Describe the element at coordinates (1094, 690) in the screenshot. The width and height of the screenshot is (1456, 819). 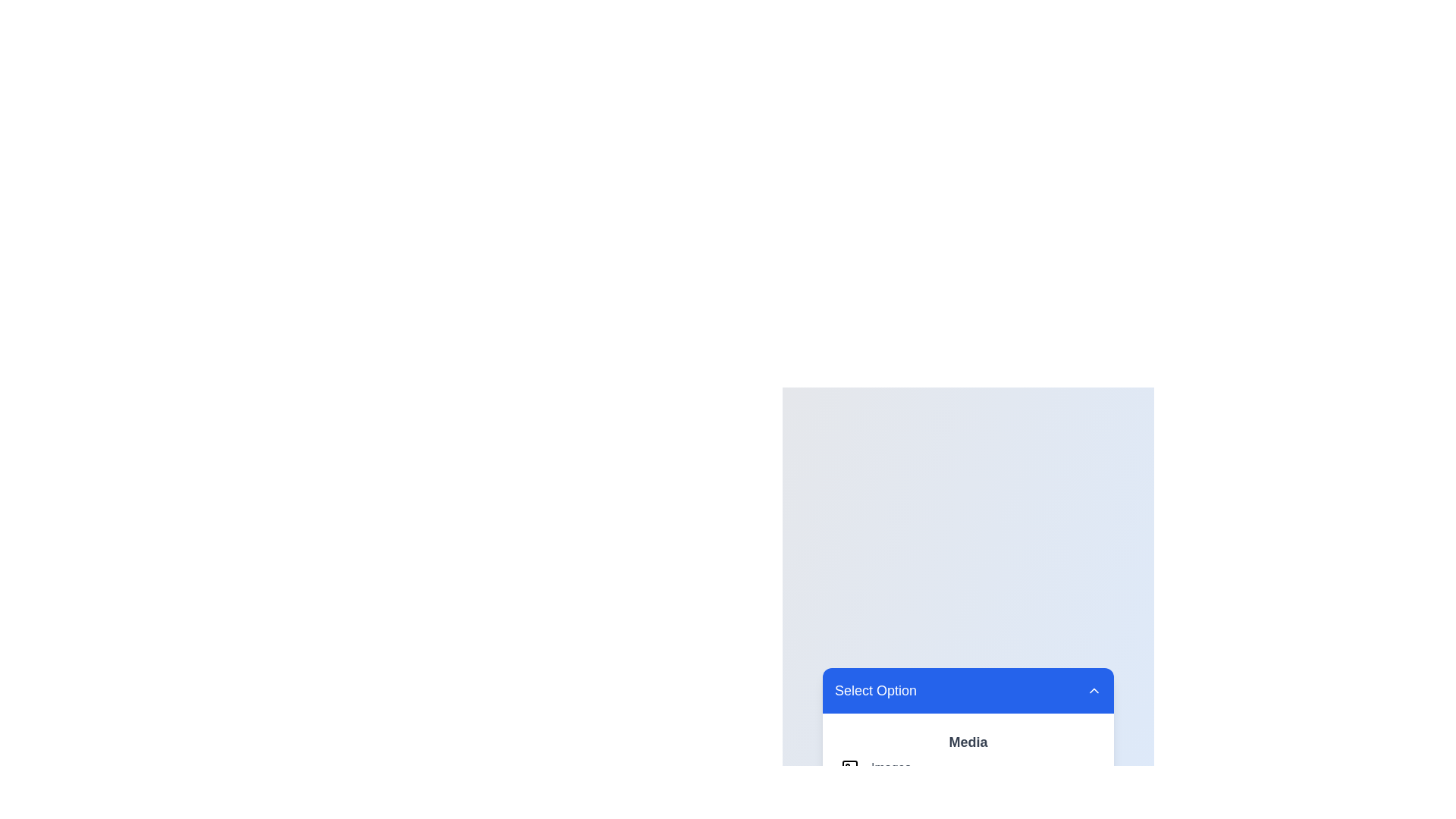
I see `the chevron icon located in the top right corner of the 'Select Option' header to interact with the dropdown menu` at that location.